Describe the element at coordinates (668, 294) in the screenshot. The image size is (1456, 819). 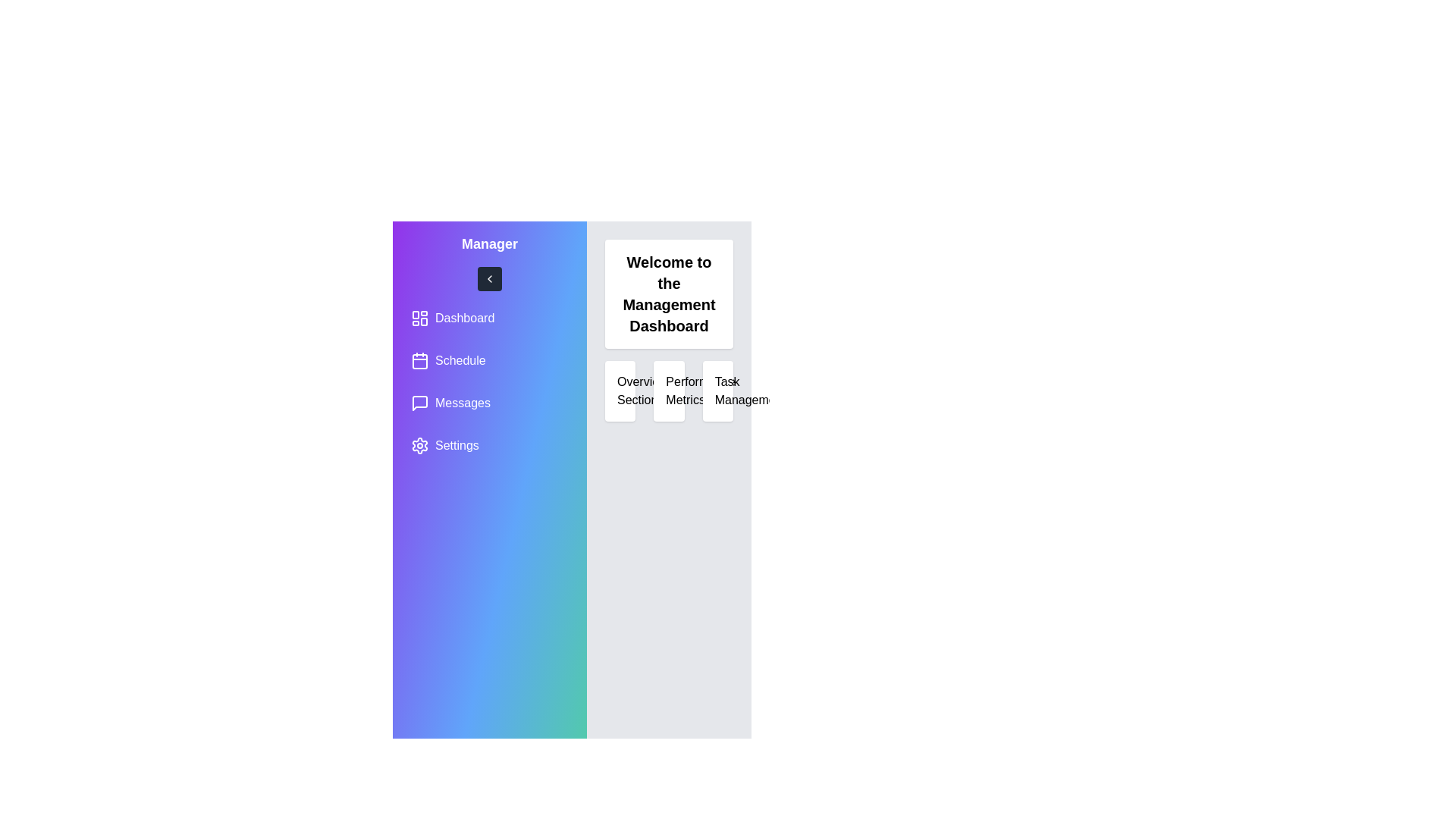
I see `the non-interactive heading located in the top-right section of the layout, indicating the user's current context within the dashboard` at that location.